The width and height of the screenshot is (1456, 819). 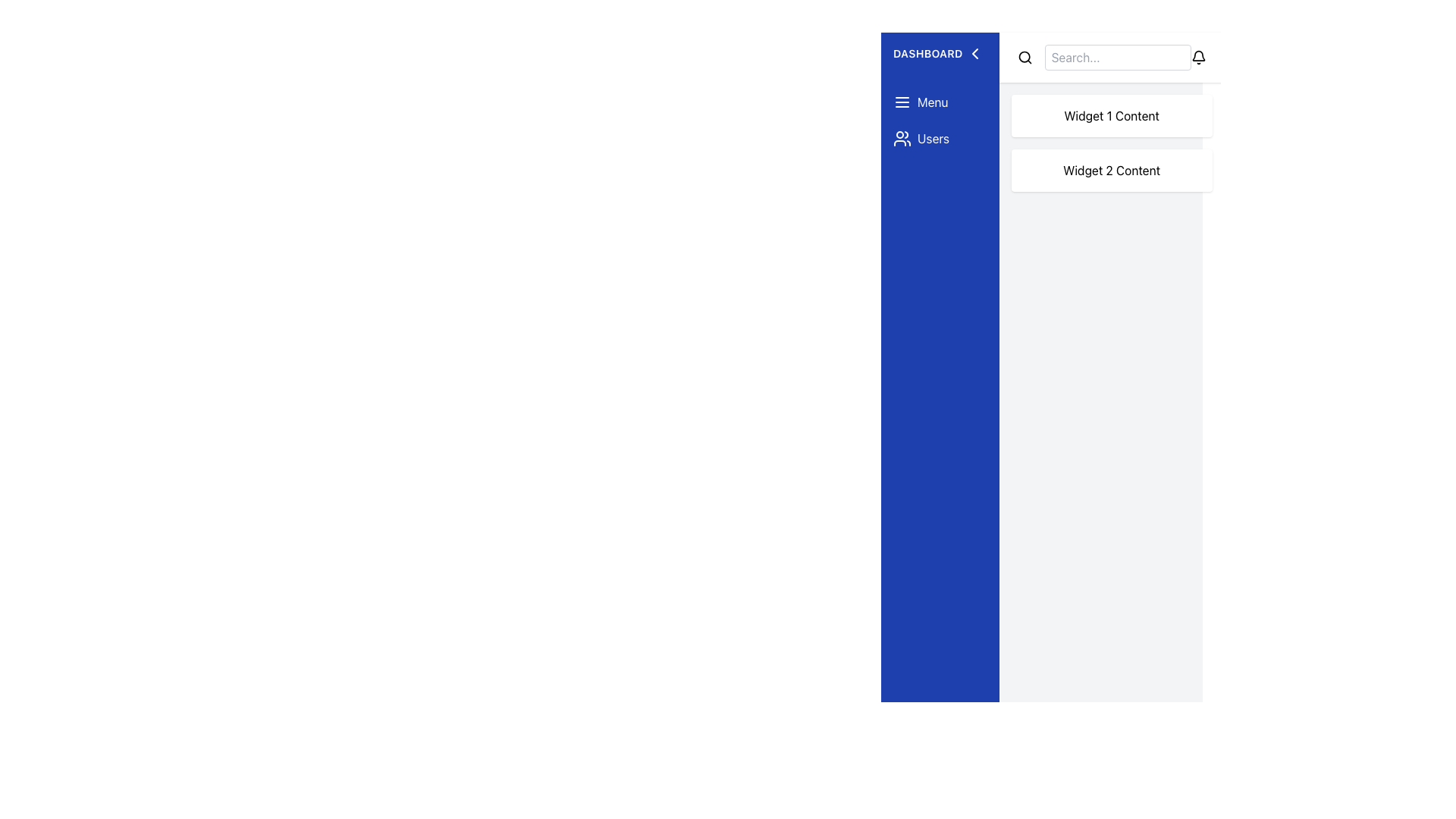 I want to click on the 'Users' text label in the left sidebar that identifies user management features, so click(x=933, y=138).